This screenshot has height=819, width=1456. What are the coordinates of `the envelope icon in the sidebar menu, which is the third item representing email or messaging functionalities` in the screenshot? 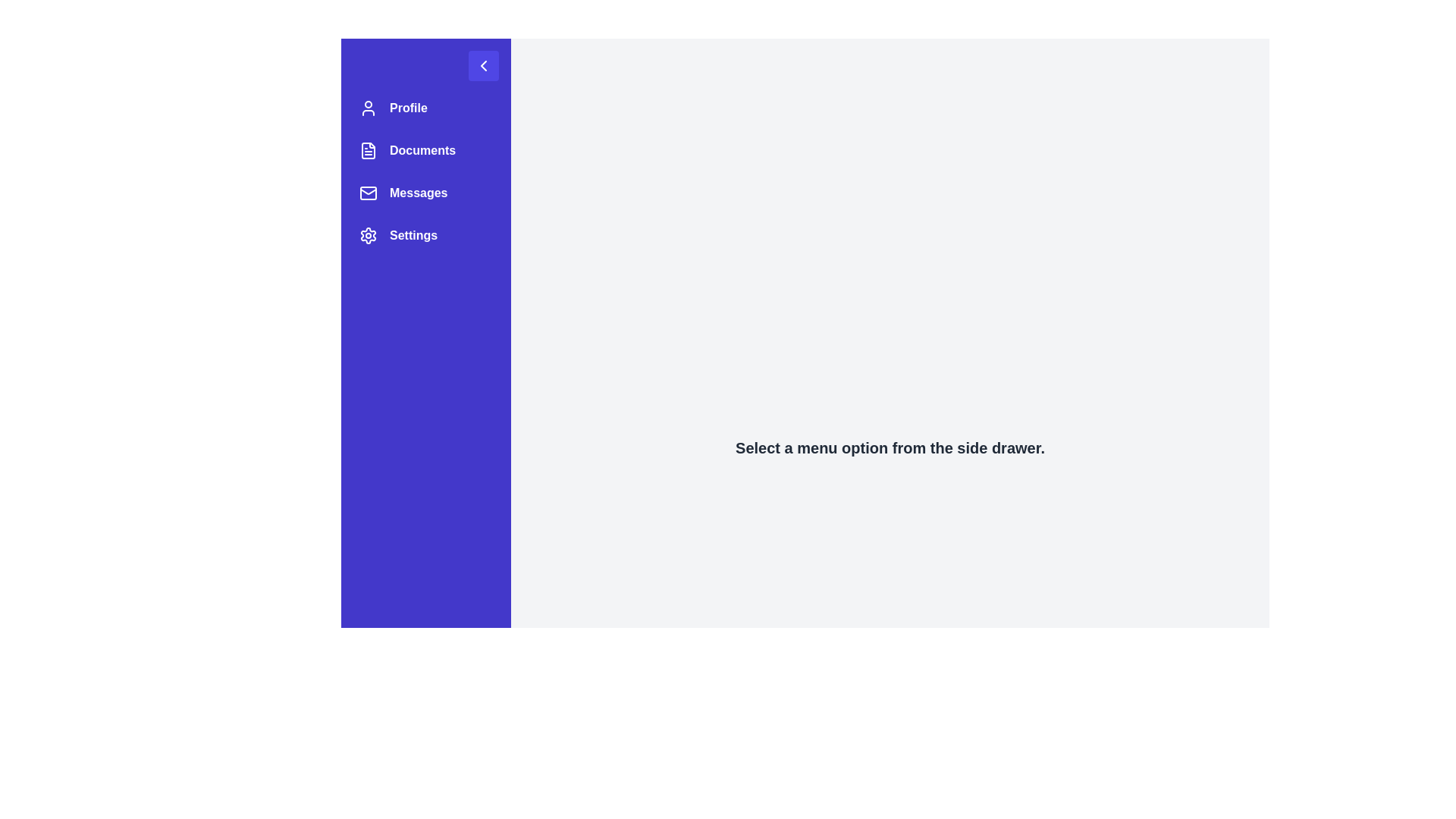 It's located at (368, 190).